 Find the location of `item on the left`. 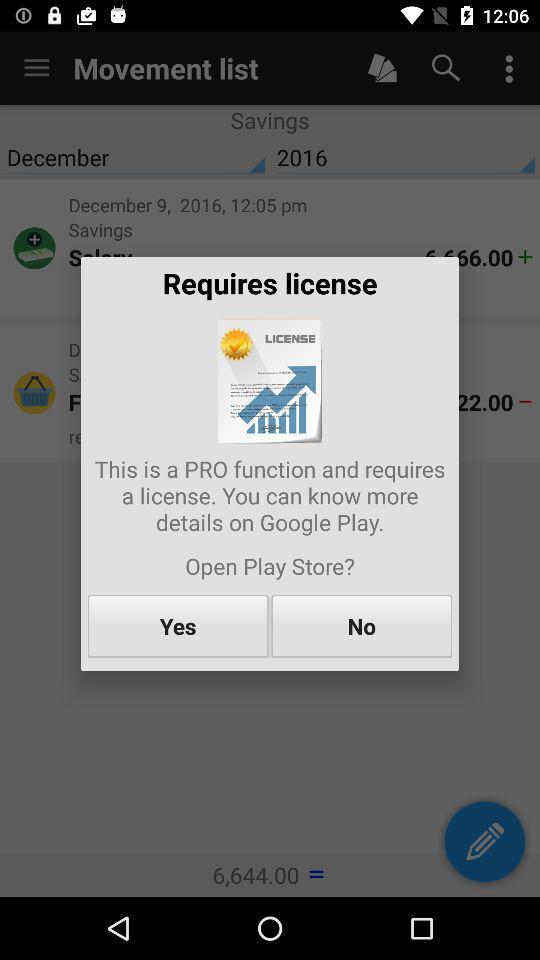

item on the left is located at coordinates (178, 625).